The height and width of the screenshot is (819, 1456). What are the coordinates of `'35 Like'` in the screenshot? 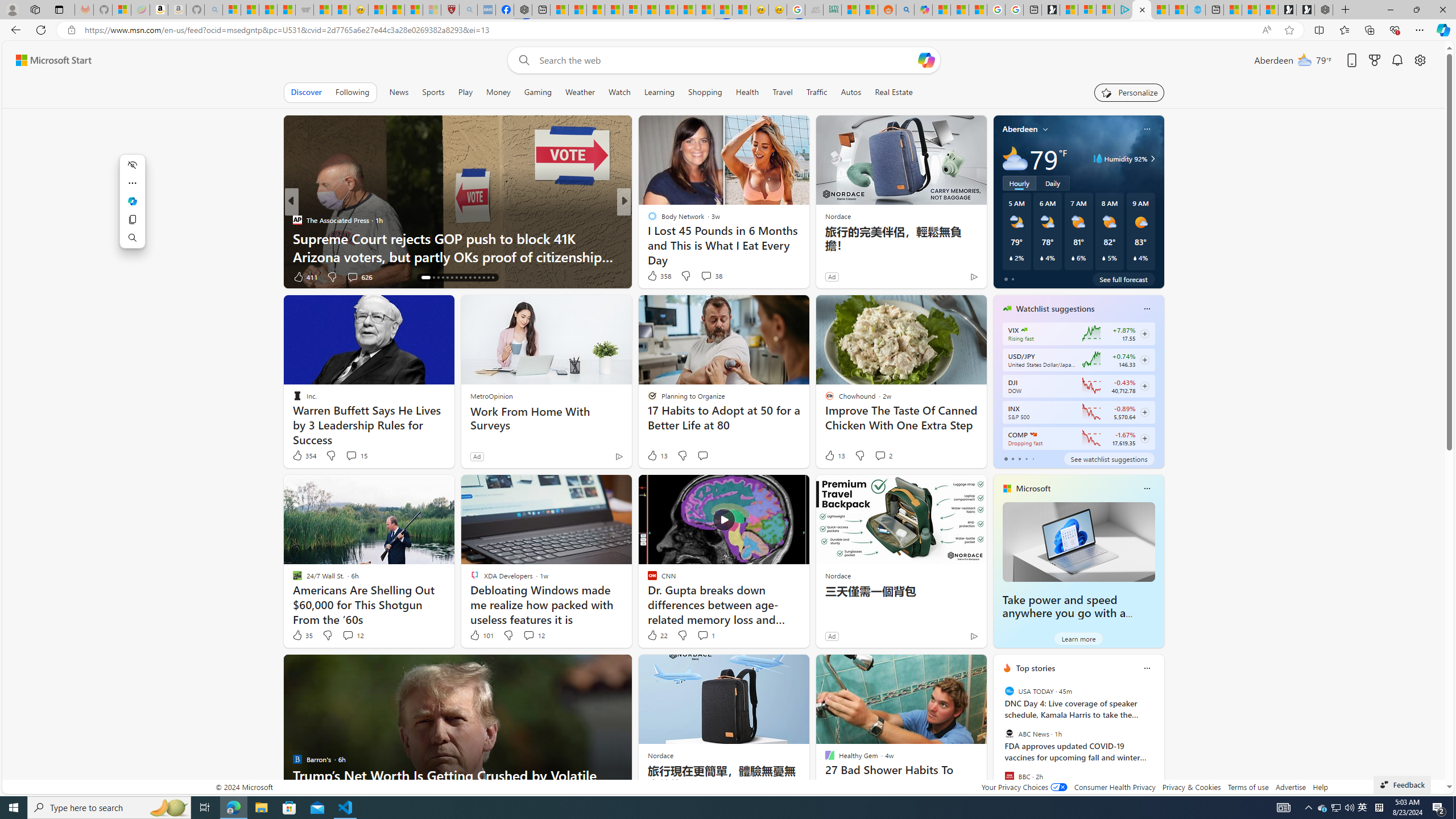 It's located at (301, 634).